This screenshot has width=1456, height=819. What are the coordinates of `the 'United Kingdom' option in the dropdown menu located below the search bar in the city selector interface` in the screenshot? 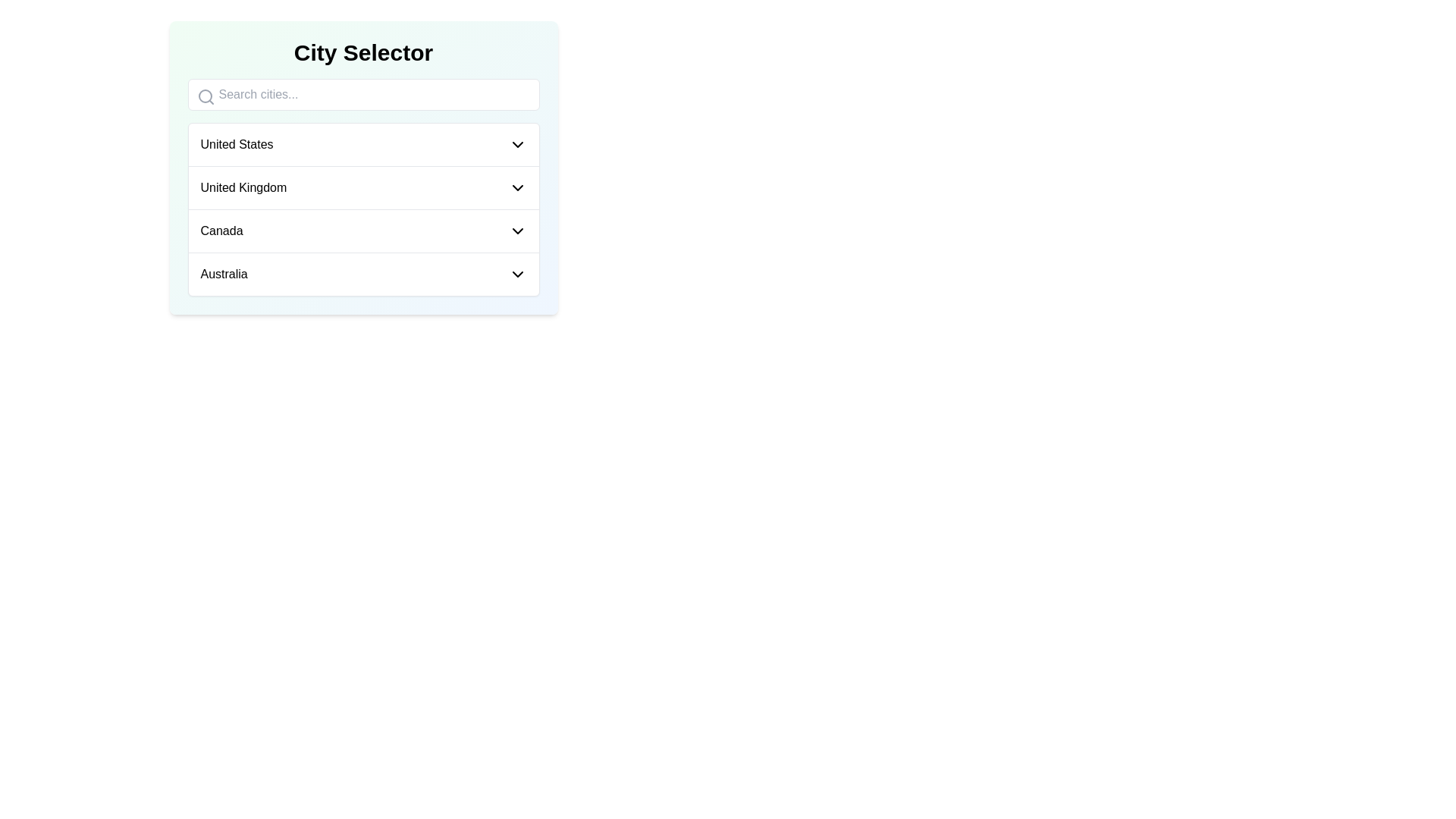 It's located at (362, 187).